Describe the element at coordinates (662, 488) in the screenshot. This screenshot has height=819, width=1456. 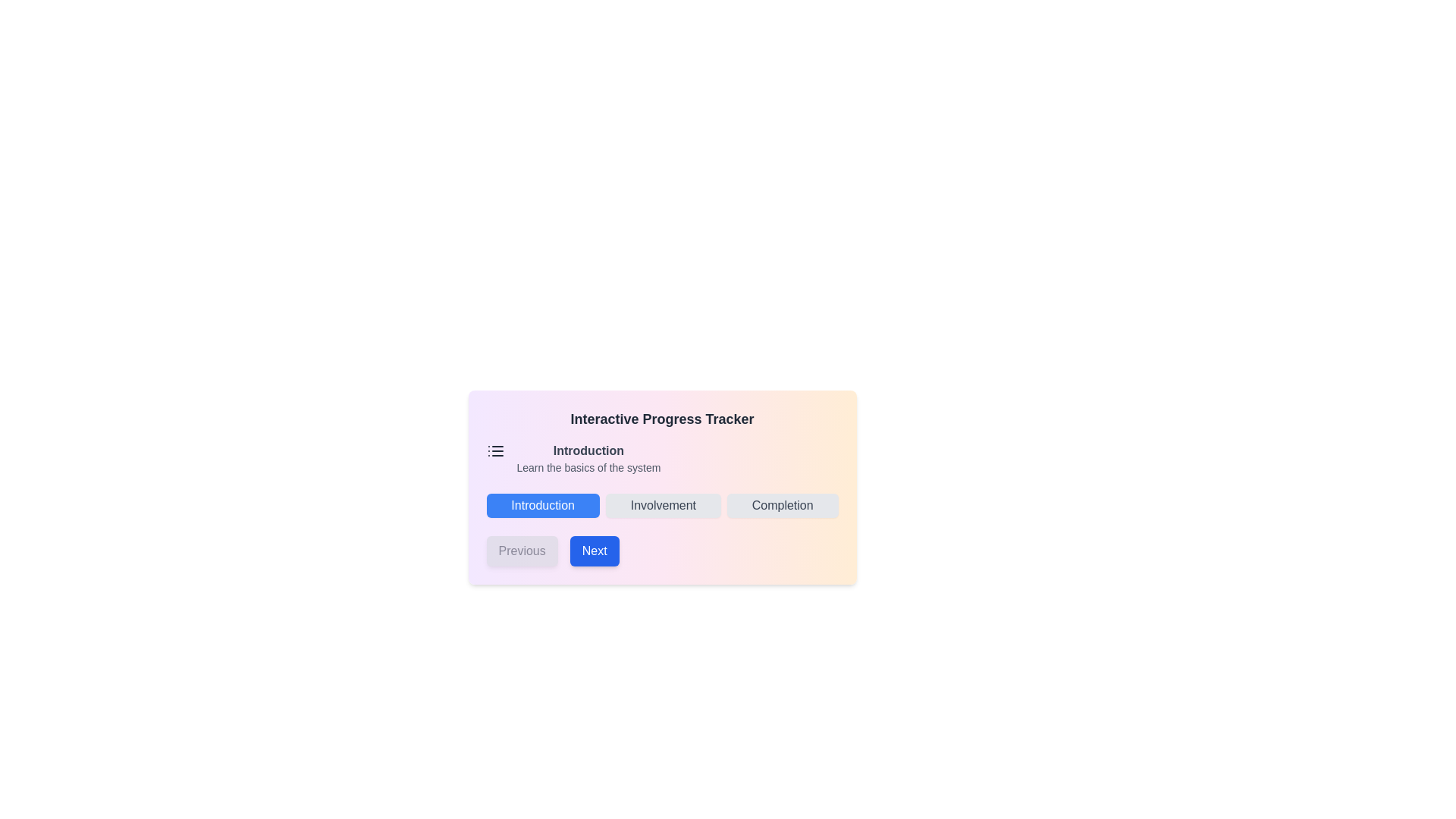
I see `the 'Involvement' button within the progress tracker interface` at that location.